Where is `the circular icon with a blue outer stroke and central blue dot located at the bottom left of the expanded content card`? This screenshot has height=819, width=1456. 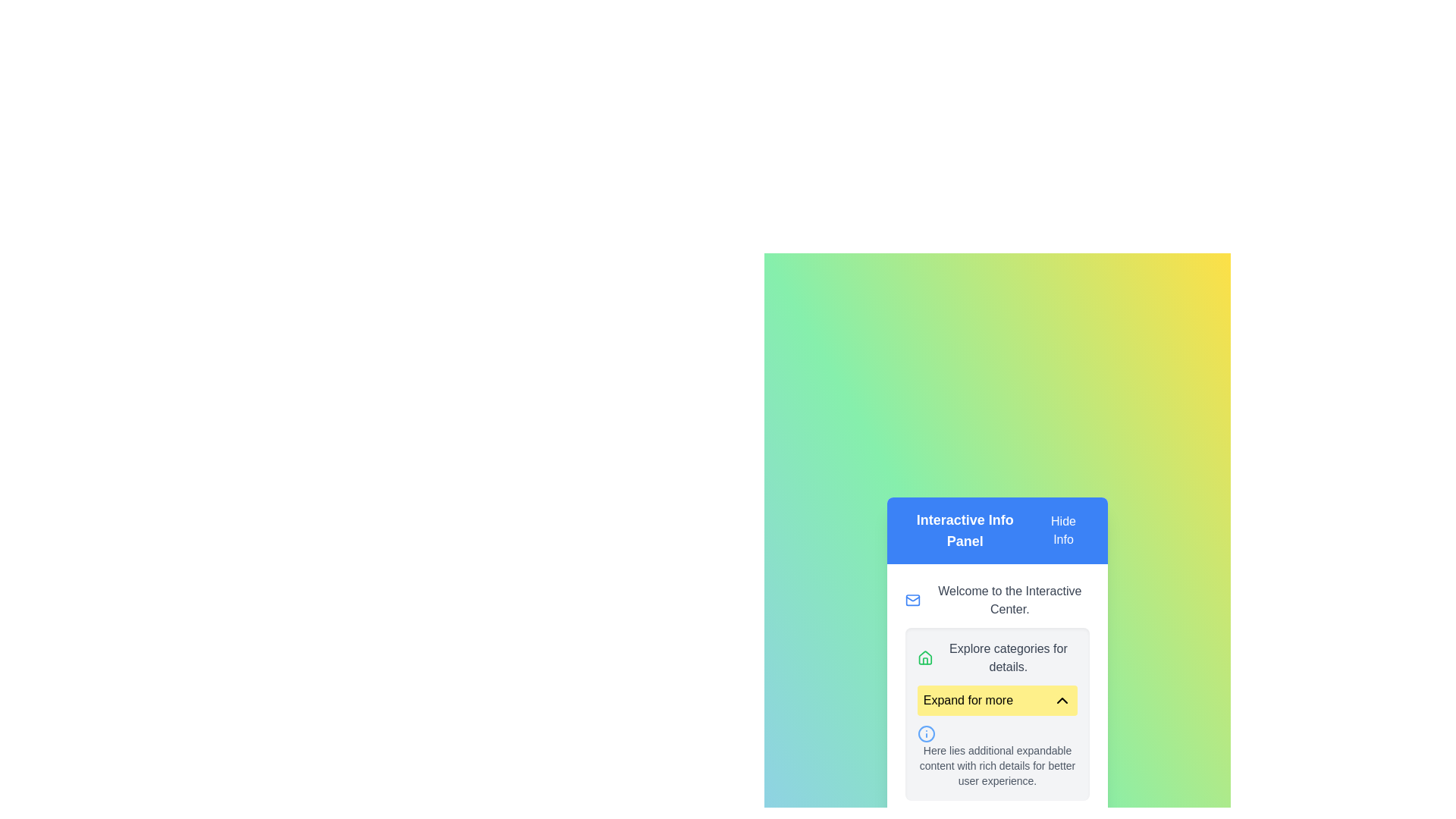
the circular icon with a blue outer stroke and central blue dot located at the bottom left of the expanded content card is located at coordinates (925, 733).